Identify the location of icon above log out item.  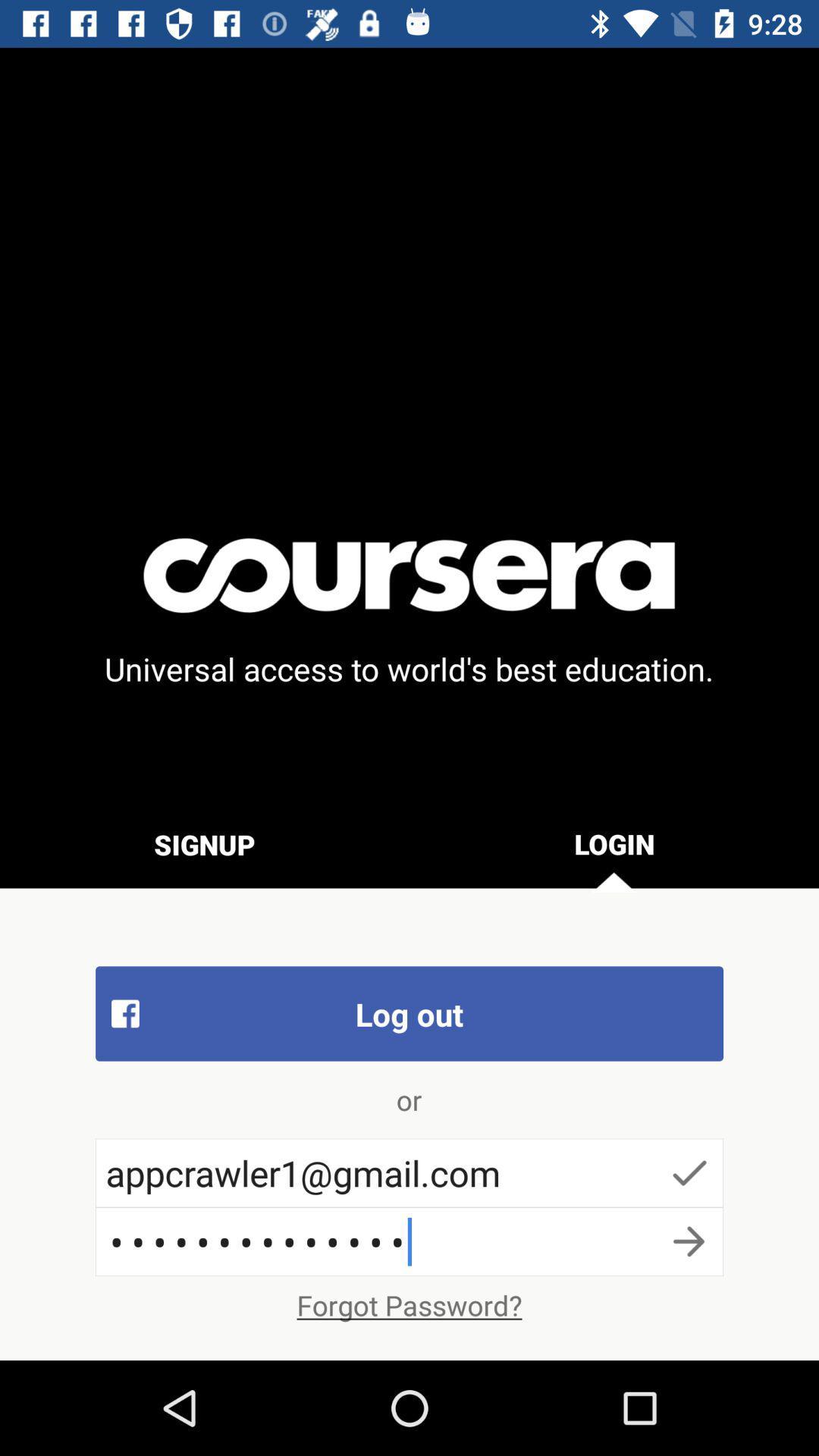
(205, 843).